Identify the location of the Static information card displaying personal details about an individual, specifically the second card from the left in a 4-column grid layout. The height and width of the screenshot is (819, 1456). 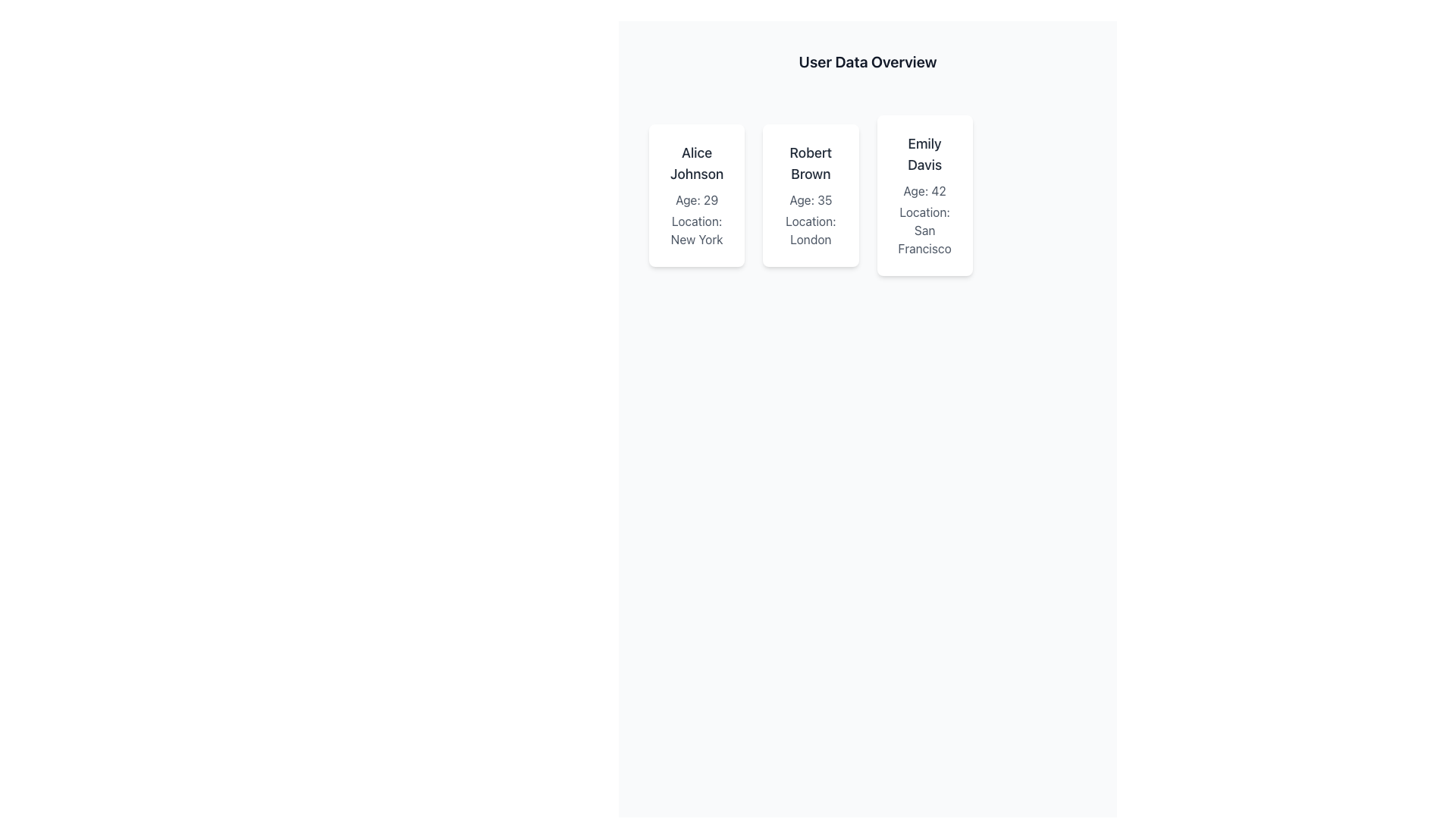
(810, 195).